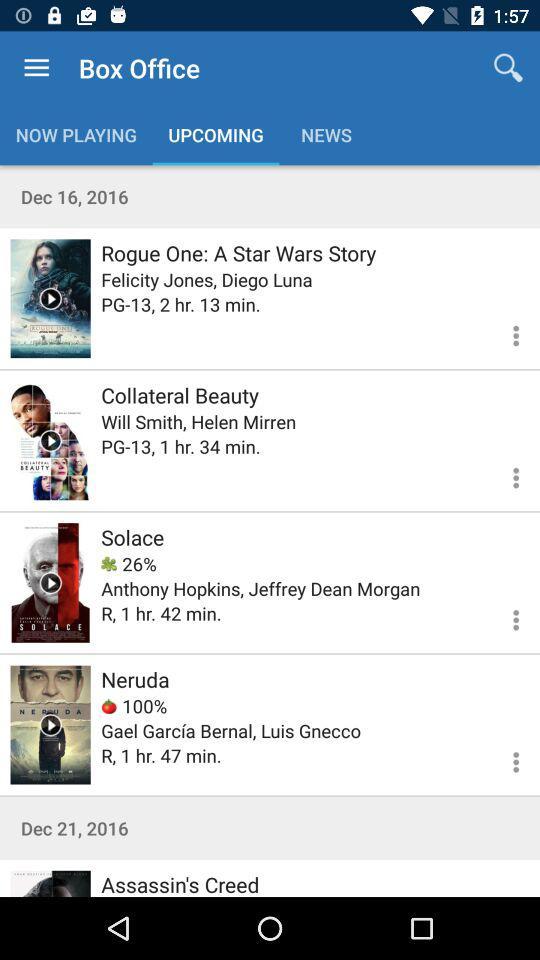  Describe the element at coordinates (503, 758) in the screenshot. I see `details` at that location.